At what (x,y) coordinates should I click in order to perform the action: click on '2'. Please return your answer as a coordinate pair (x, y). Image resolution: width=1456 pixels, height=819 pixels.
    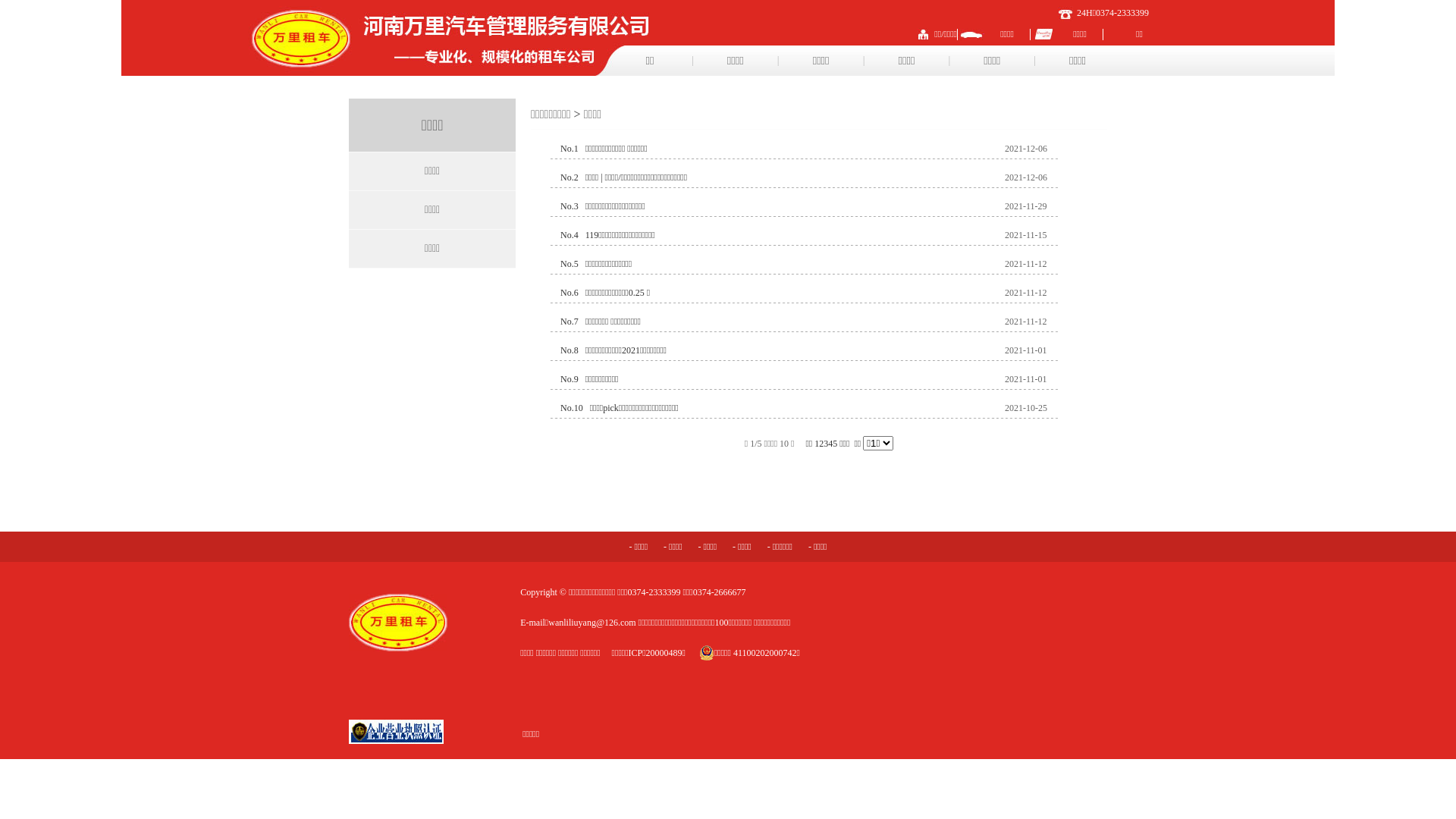
    Looking at the image, I should click on (818, 444).